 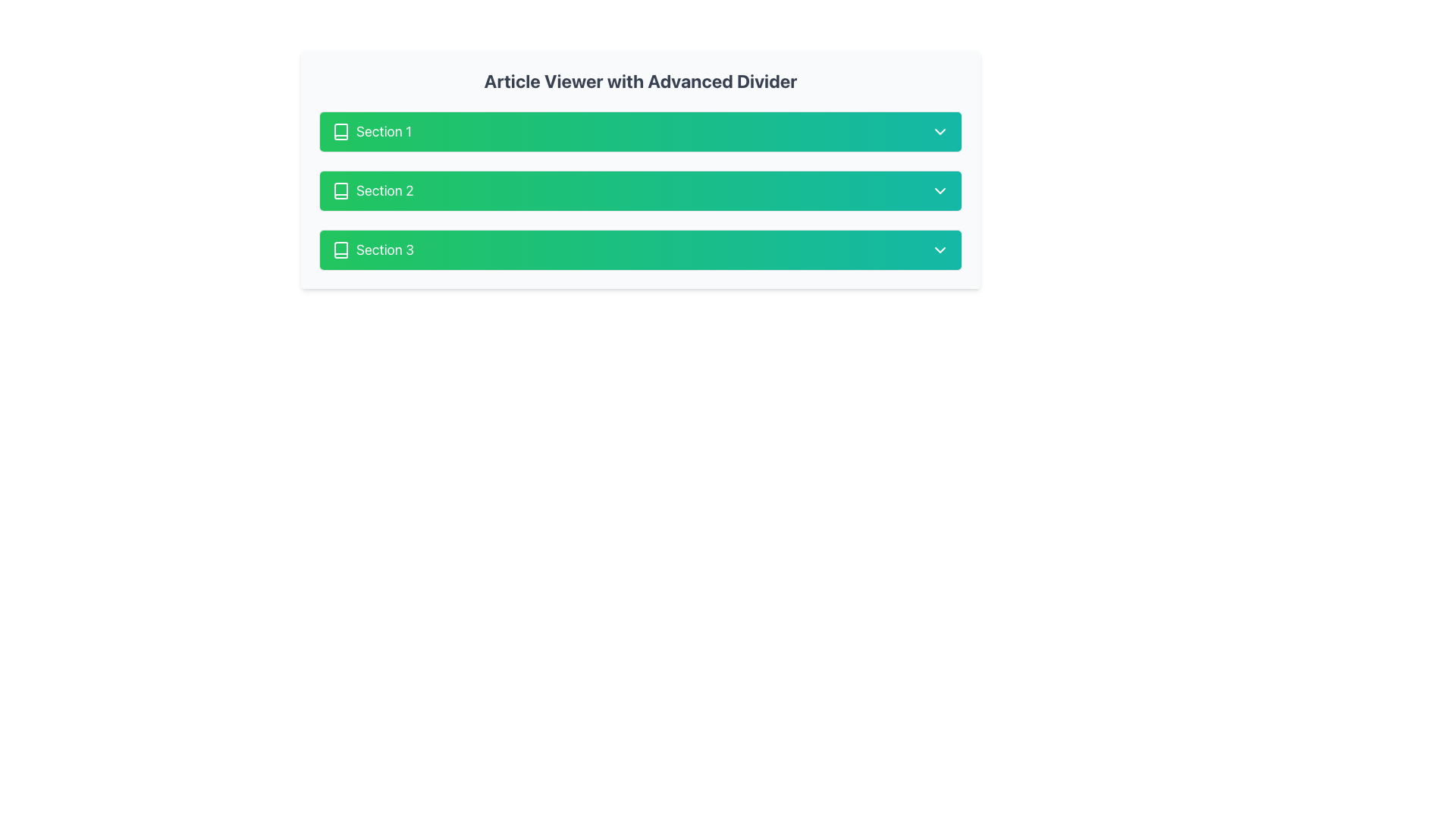 What do you see at coordinates (939, 249) in the screenshot?
I see `the downward-pointing chevron icon, which is white in color and located at the far right of 'Section 3'` at bounding box center [939, 249].